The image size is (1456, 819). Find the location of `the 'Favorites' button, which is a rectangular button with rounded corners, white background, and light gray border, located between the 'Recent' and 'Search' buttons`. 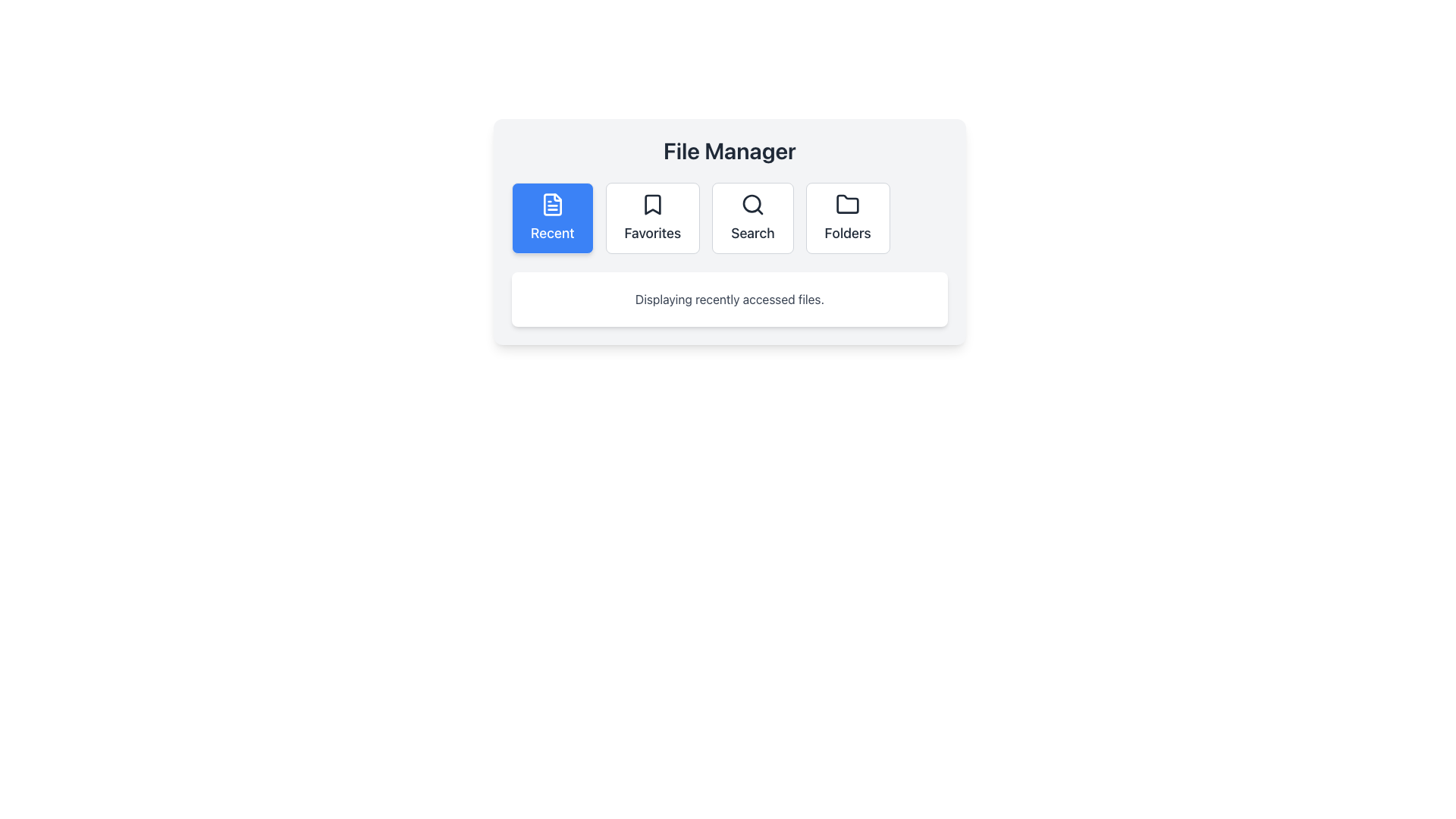

the 'Favorites' button, which is a rectangular button with rounded corners, white background, and light gray border, located between the 'Recent' and 'Search' buttons is located at coordinates (652, 218).